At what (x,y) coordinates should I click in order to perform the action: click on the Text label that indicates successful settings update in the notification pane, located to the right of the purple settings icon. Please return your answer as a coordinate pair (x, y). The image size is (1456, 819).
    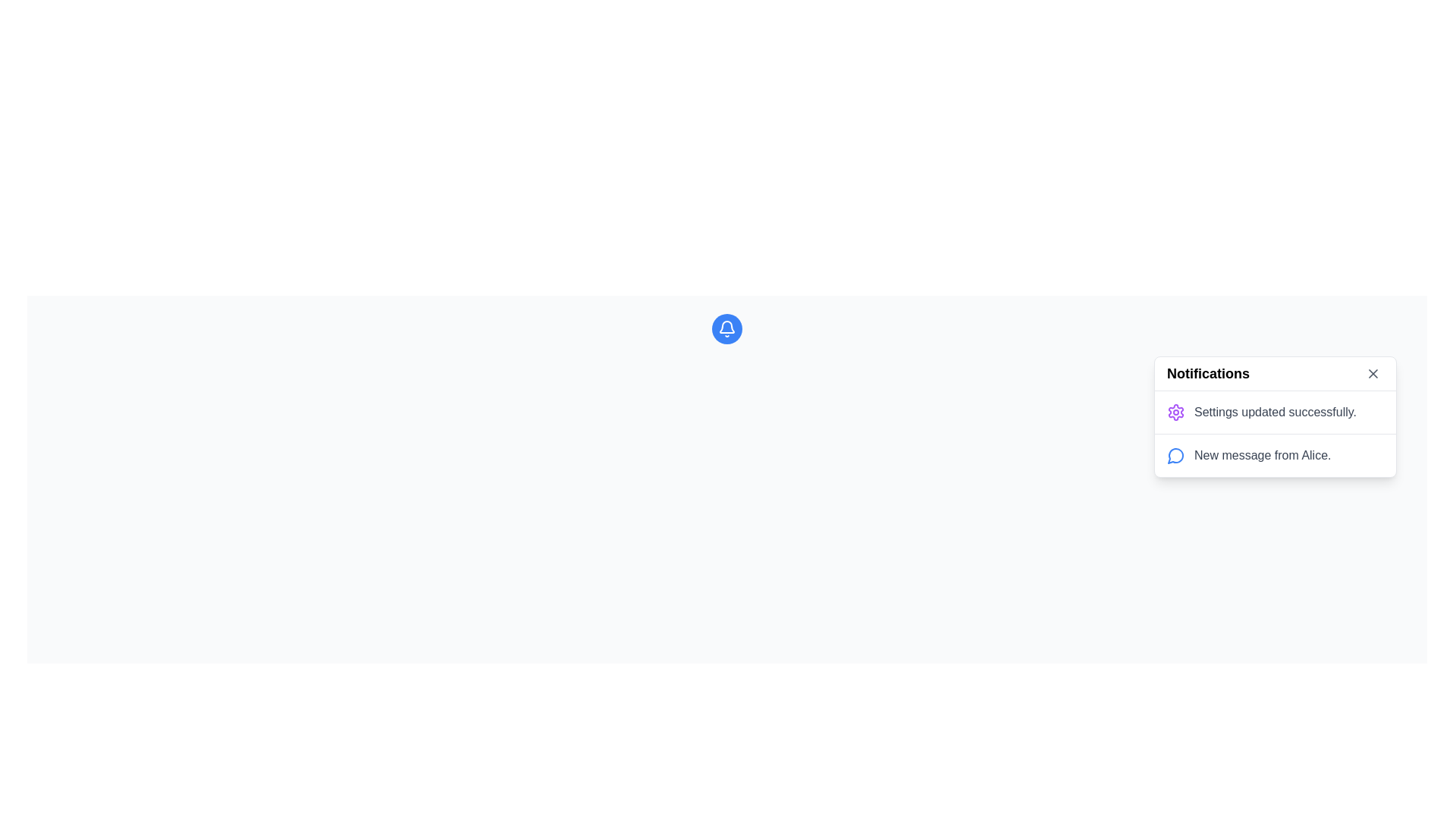
    Looking at the image, I should click on (1275, 412).